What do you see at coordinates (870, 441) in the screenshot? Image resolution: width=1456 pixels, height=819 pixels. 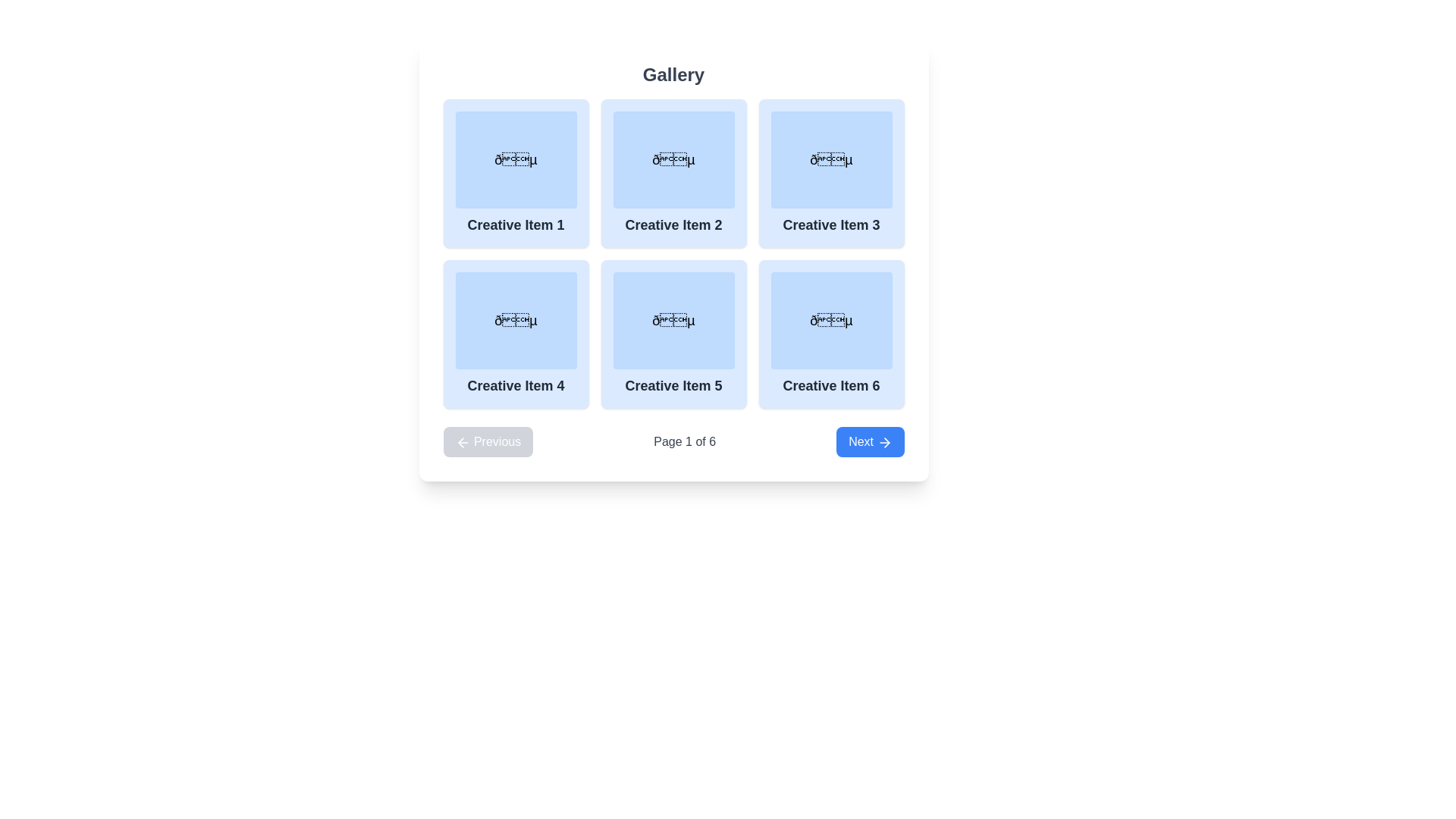 I see `the 'Next' button, which is a rectangular button with white text on a blue background, featuring an arrow icon for navigation, located at the bottom-right corner of the pagination controls` at bounding box center [870, 441].